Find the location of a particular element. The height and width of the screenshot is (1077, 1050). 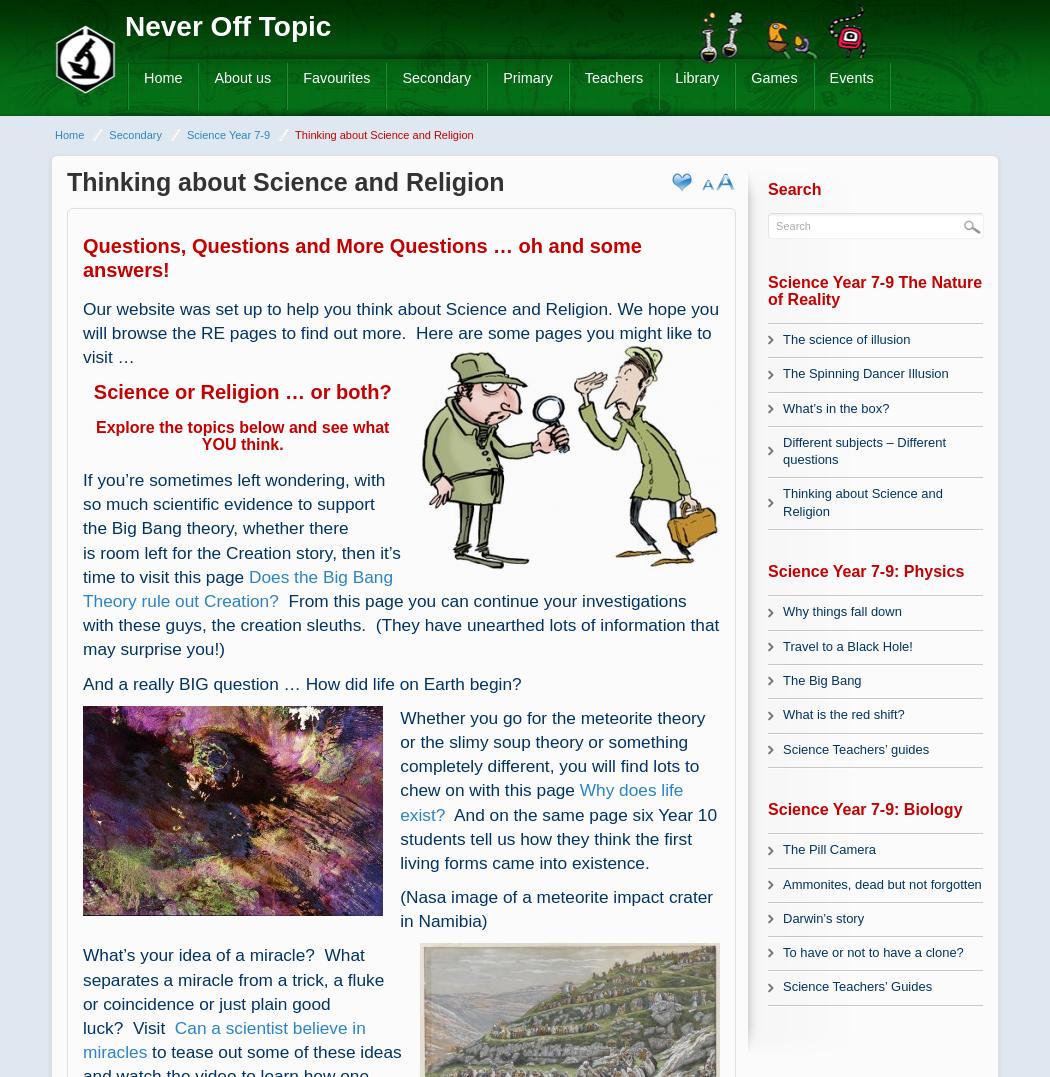

'If you’re sometimes left wondering, with so much scientific evidence to support the Big Bang theory, whether there is room left for the Creation story, then it’s time to visit this page' is located at coordinates (241, 527).